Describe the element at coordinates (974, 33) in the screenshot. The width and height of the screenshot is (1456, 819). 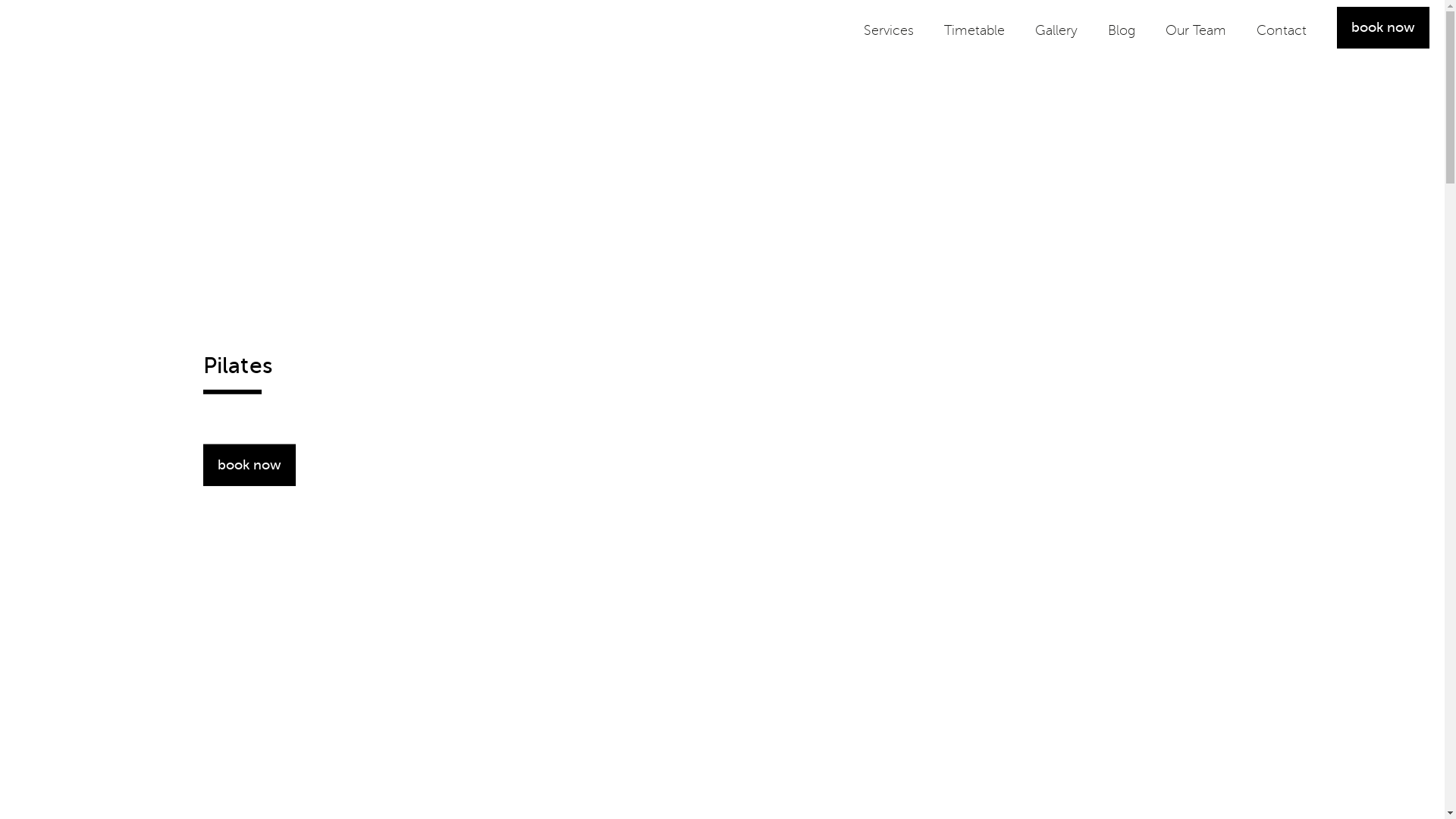
I see `'Timetable'` at that location.